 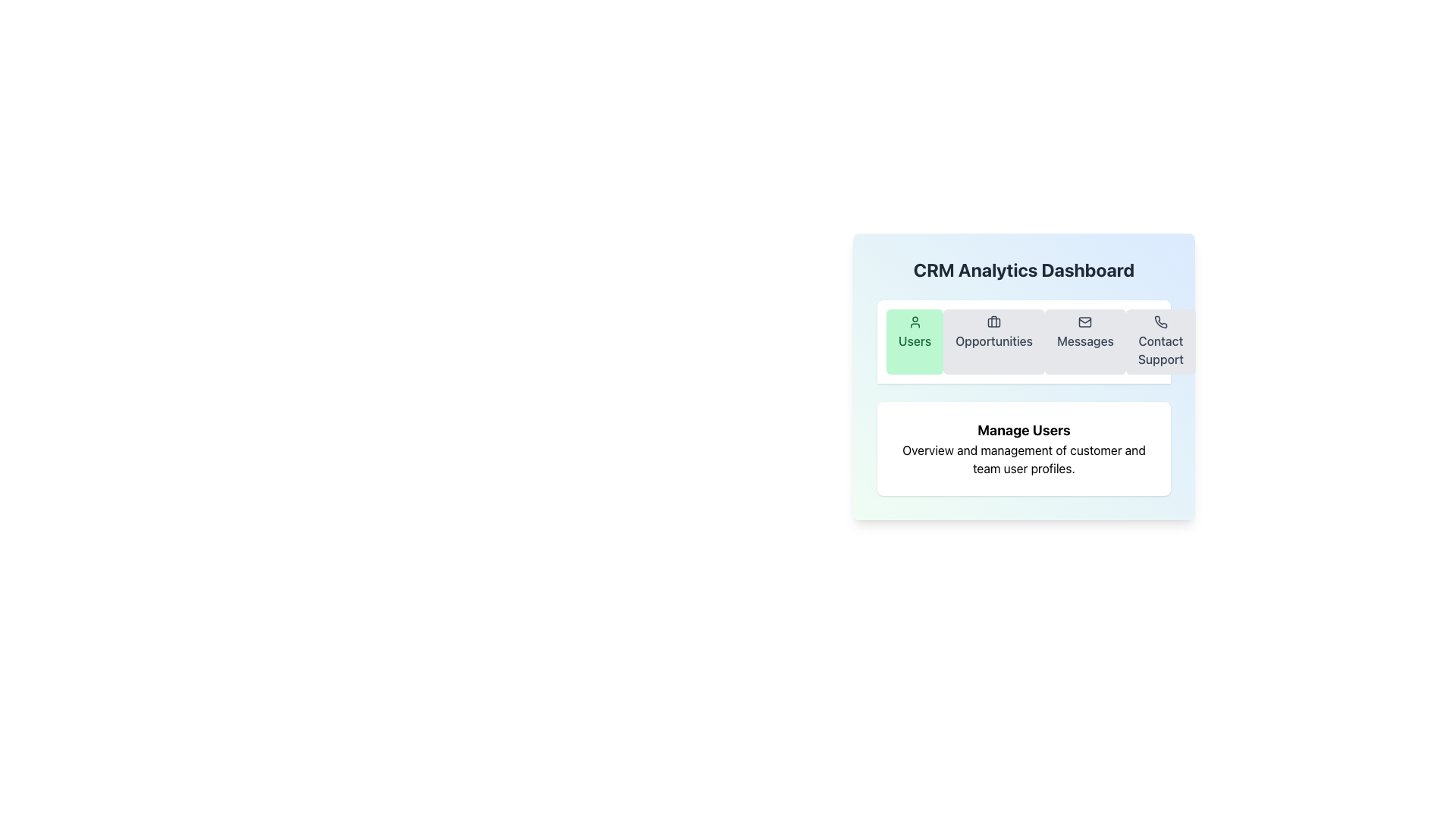 I want to click on the 'Opportunities' tab by interacting with the decorative rectangle that is part of the briefcase icon within the SVG graphic, so click(x=993, y=322).